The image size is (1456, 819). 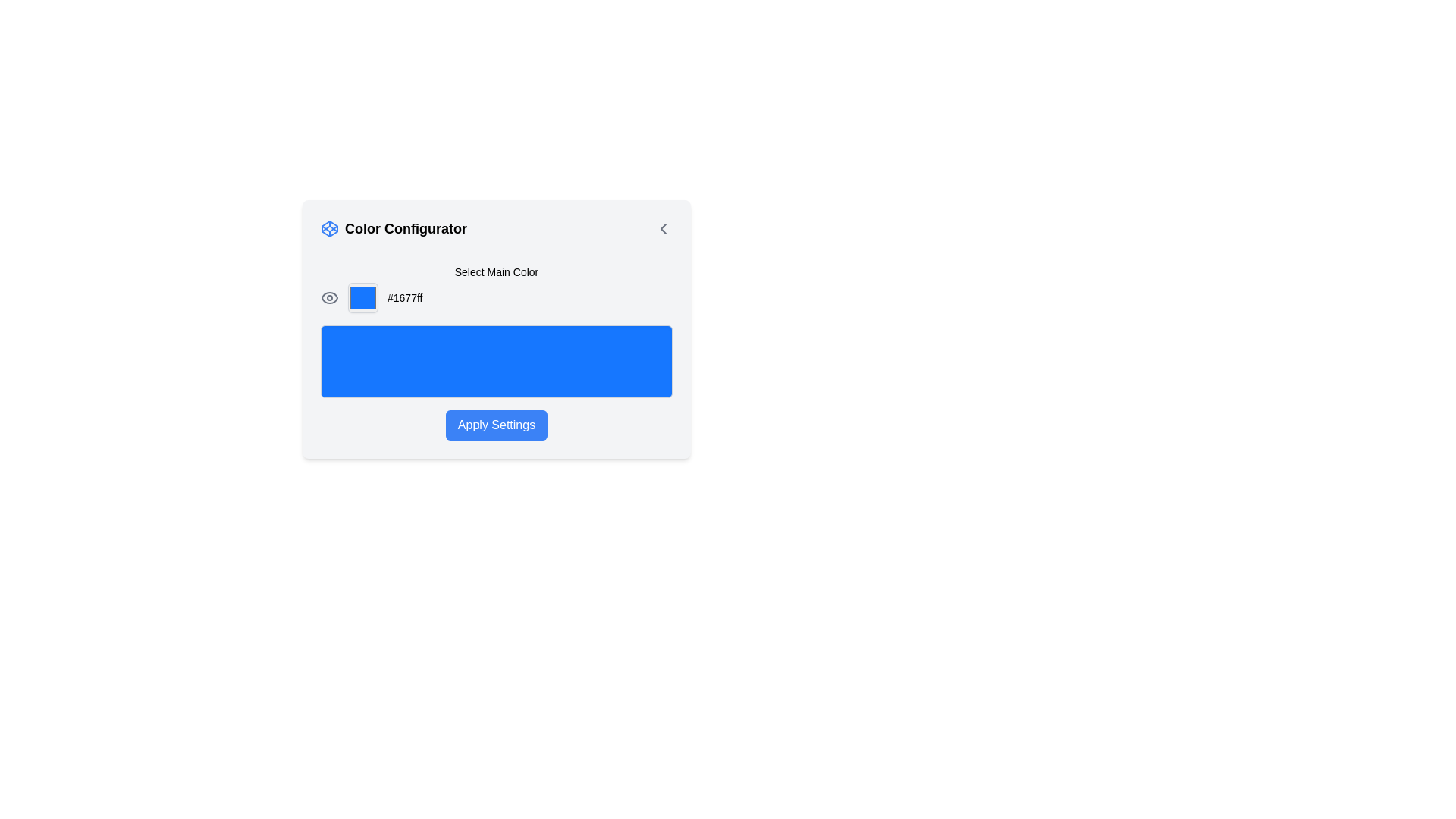 I want to click on the text label displaying 'Color Configurator', which is prominently styled in black with bold font, located at the top of a panel, so click(x=406, y=228).